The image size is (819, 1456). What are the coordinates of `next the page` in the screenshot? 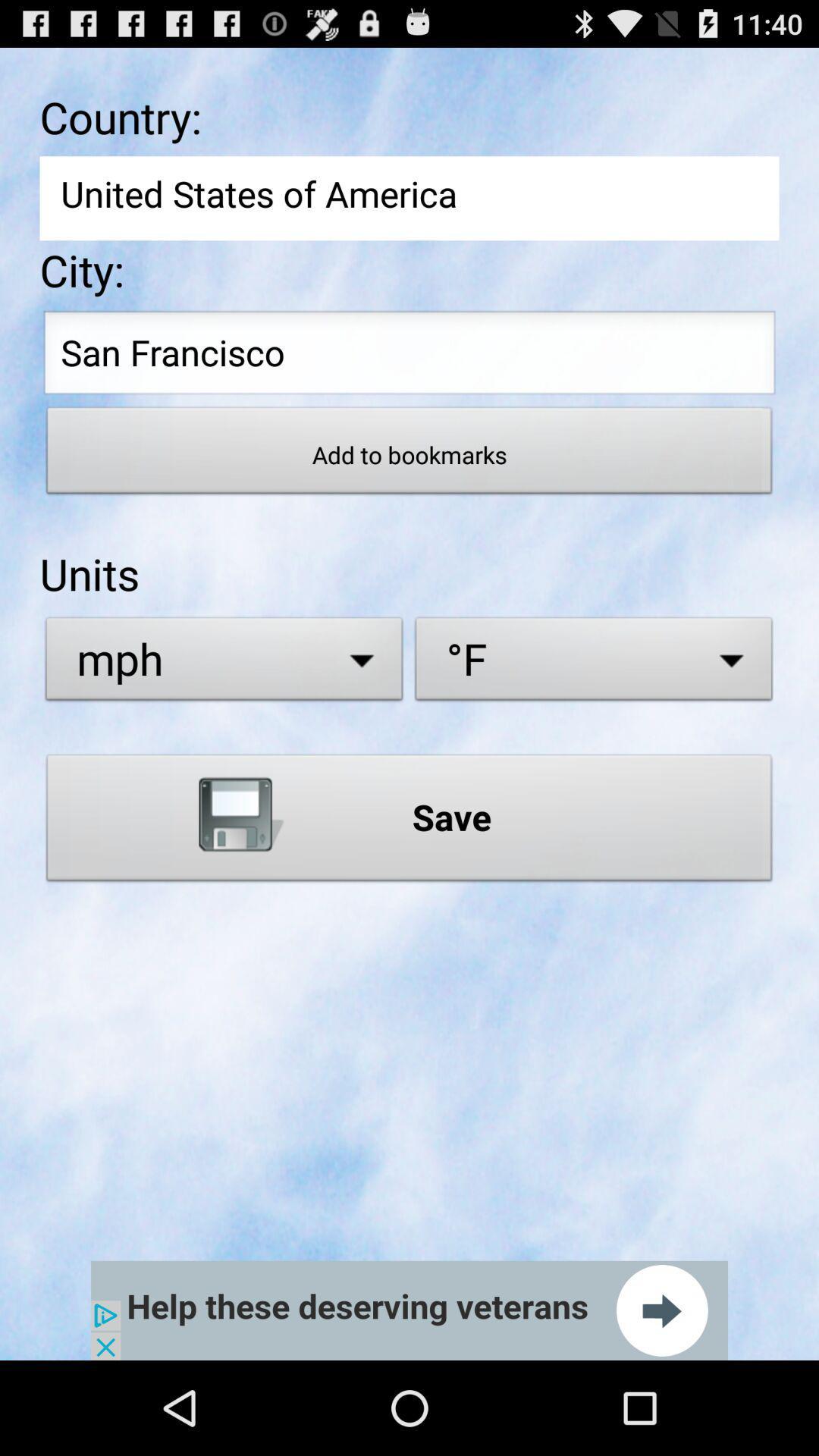 It's located at (409, 1310).